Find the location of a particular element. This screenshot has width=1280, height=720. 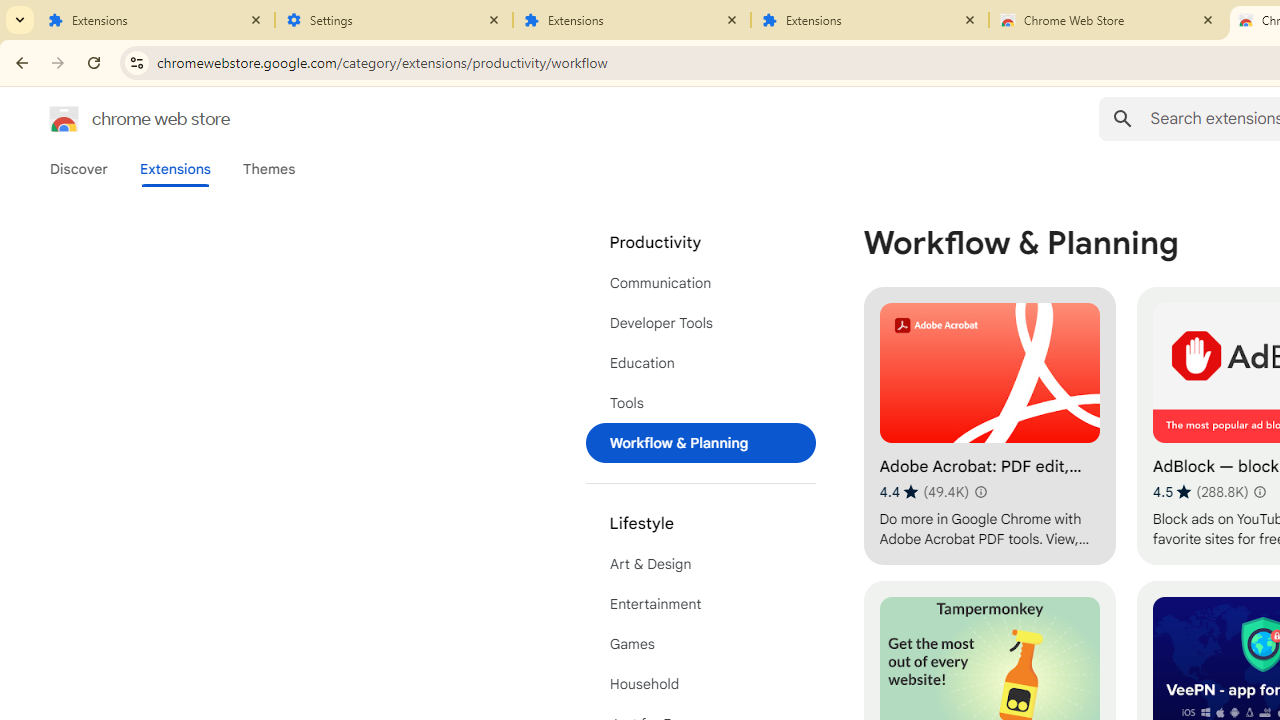

'Communication' is located at coordinates (700, 282).